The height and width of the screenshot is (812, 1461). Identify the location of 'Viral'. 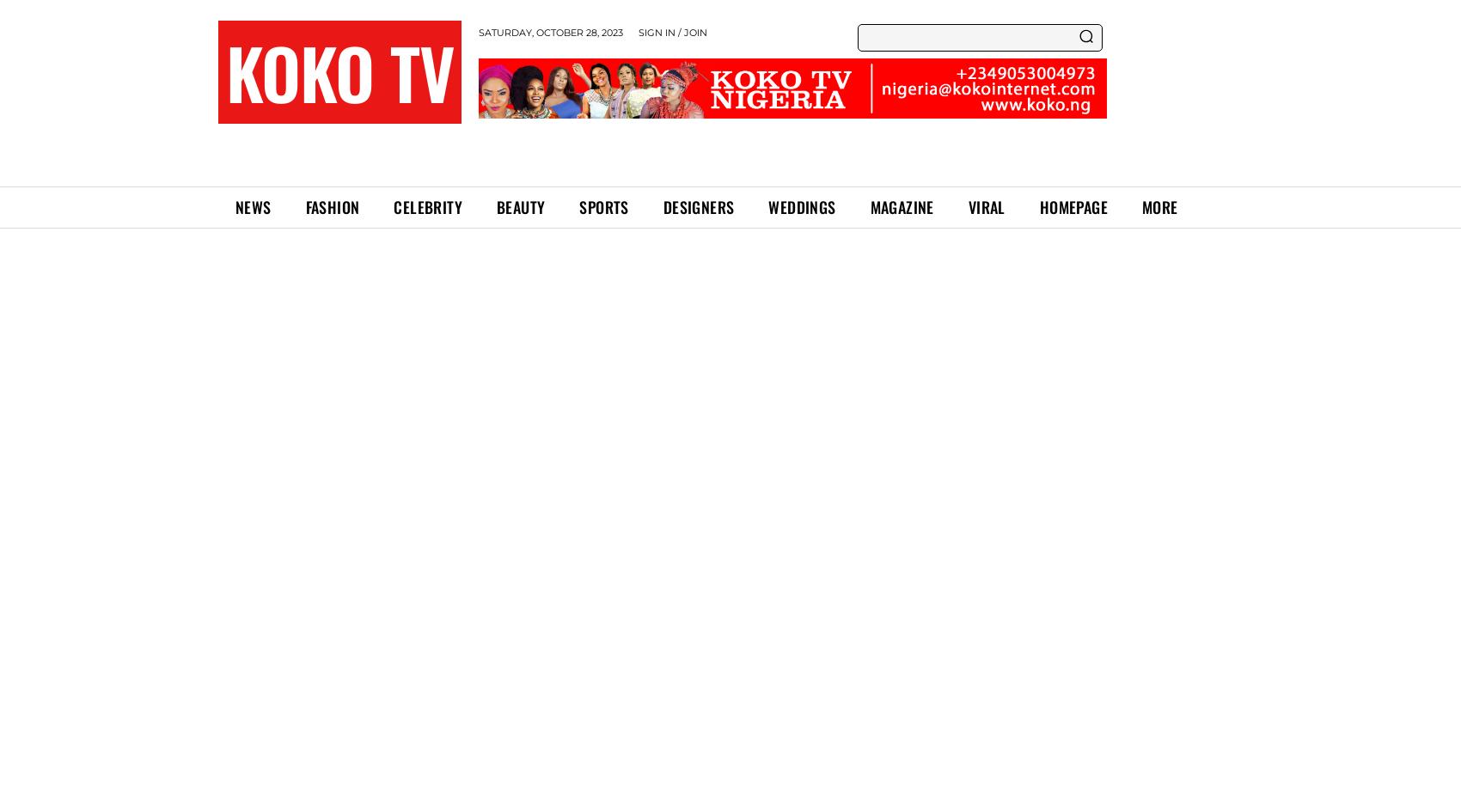
(986, 205).